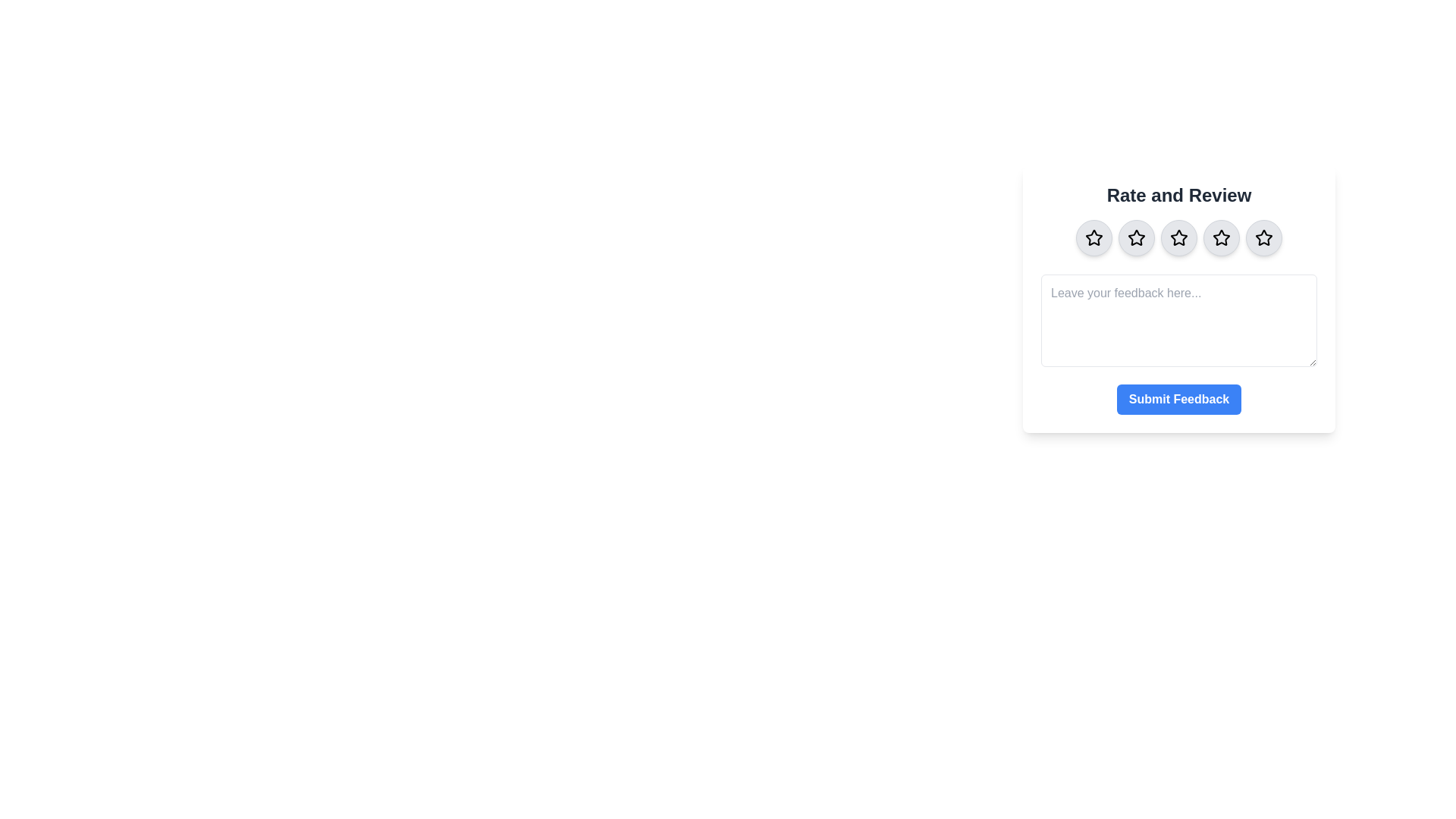 This screenshot has height=819, width=1456. Describe the element at coordinates (1094, 237) in the screenshot. I see `the first star` at that location.